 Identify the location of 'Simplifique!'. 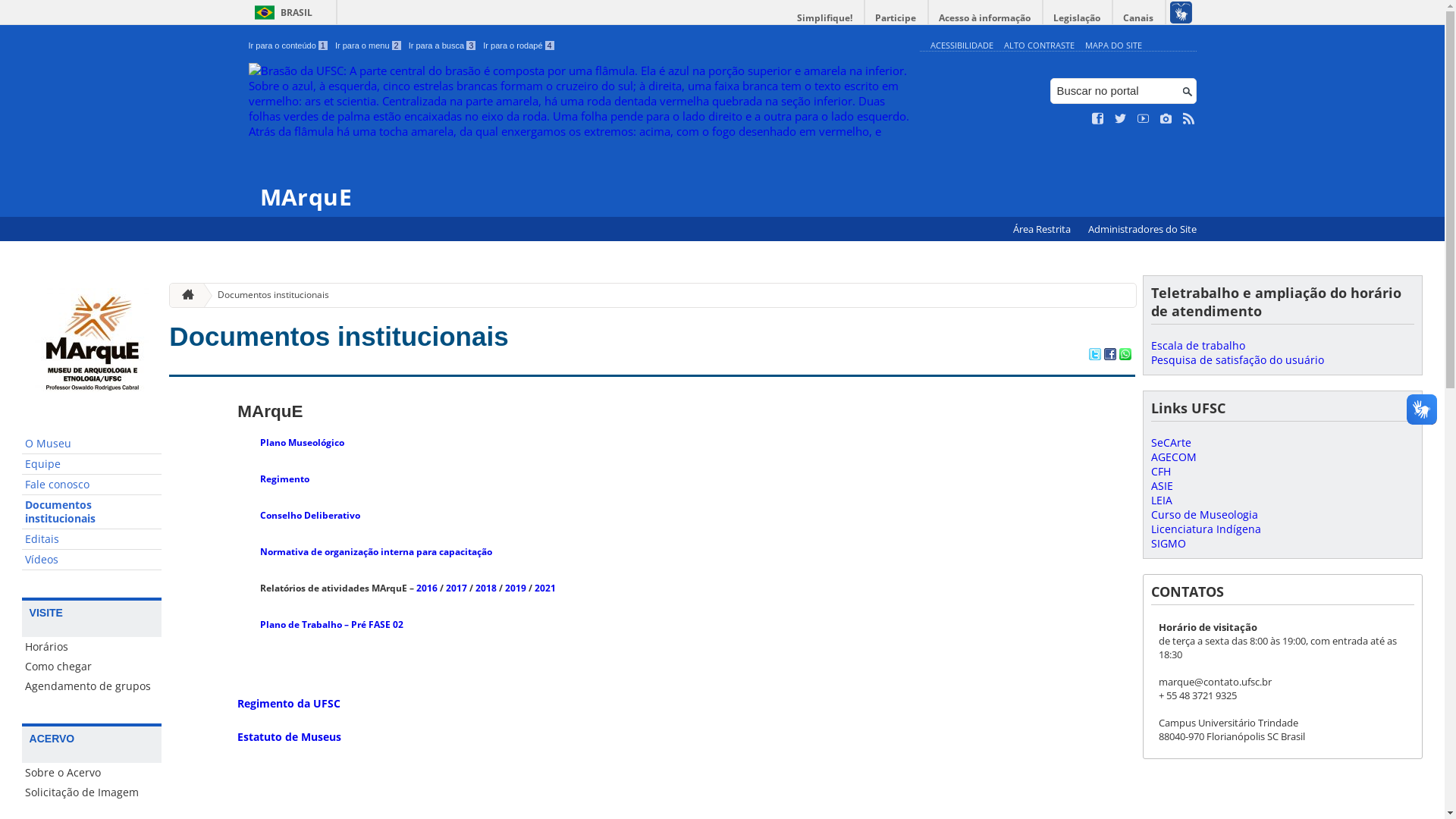
(824, 17).